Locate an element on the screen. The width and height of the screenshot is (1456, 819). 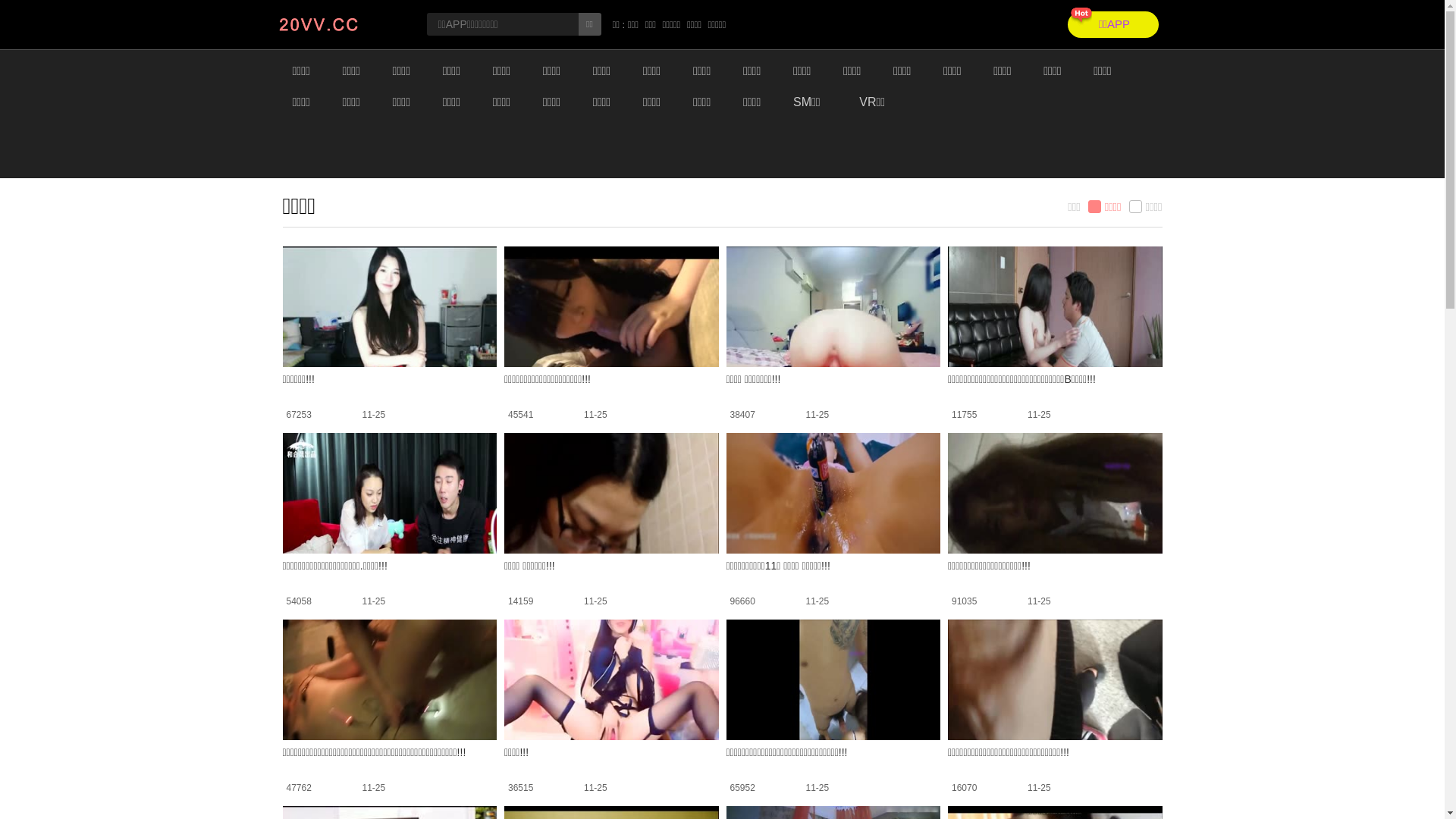
'static/images/logo.jpg' is located at coordinates (339, 24).